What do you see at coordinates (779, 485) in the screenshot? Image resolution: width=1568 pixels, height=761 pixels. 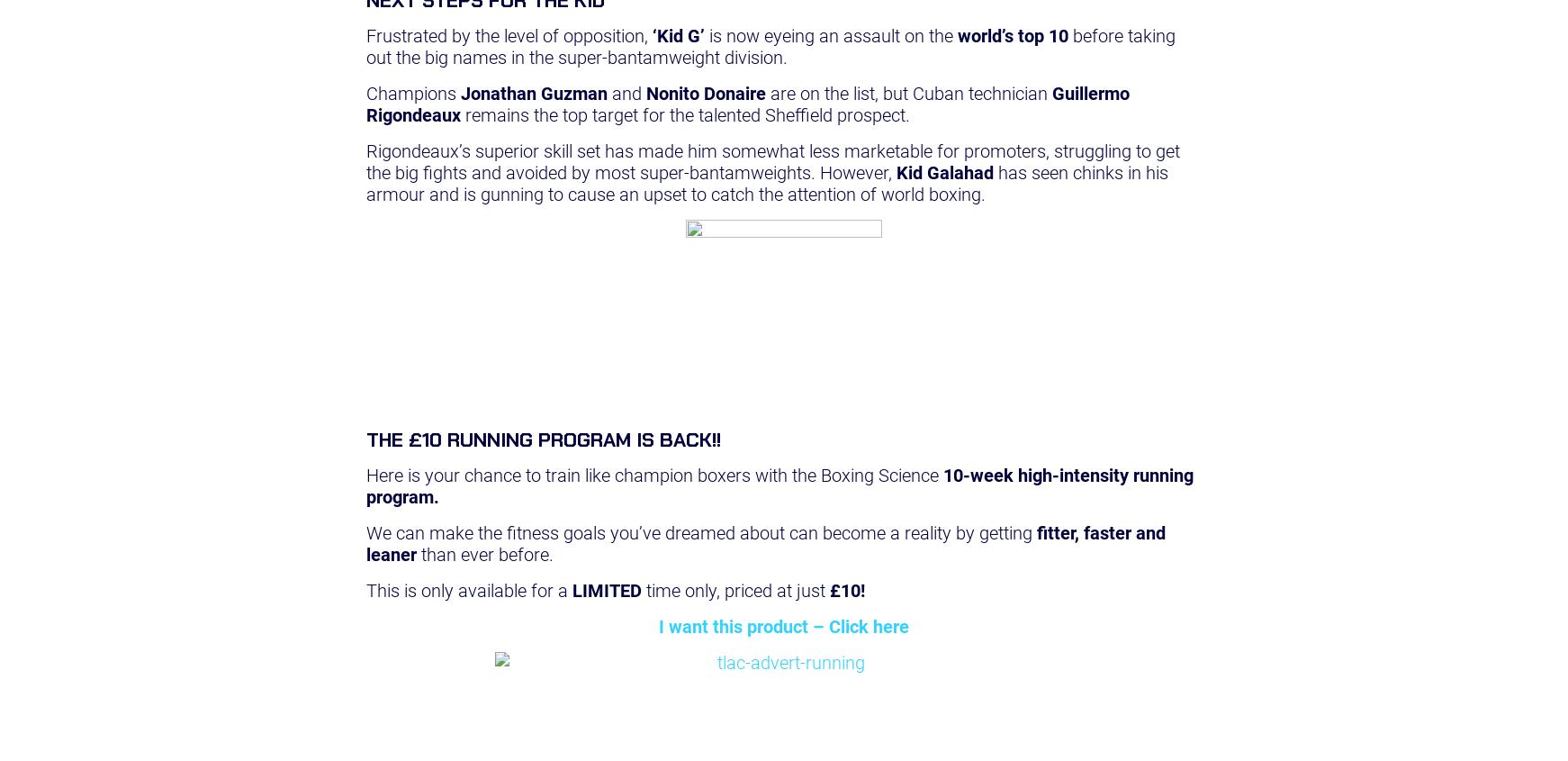 I see `'10-week high-intensity running program.'` at bounding box center [779, 485].